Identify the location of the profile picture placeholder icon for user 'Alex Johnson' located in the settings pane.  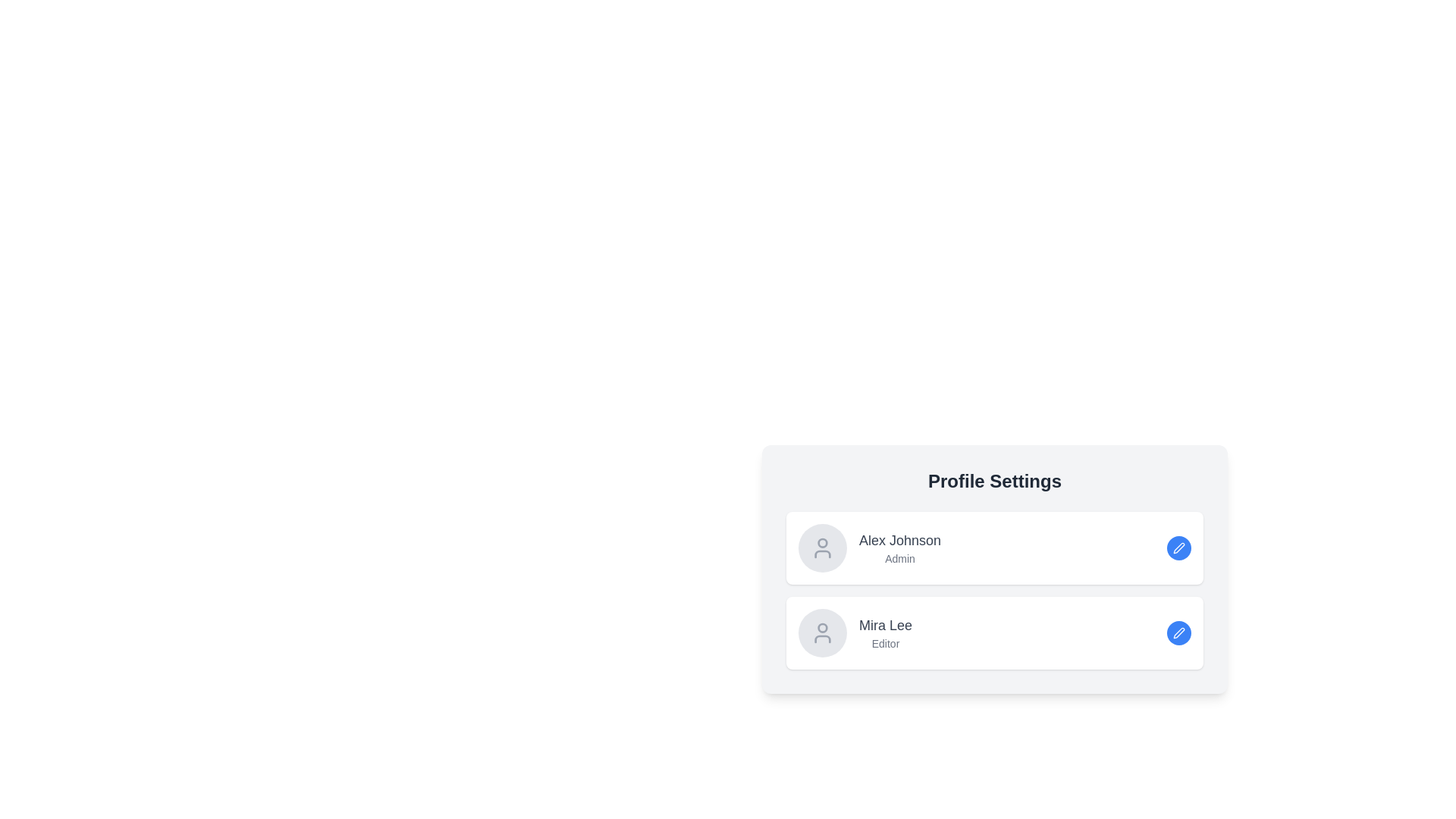
(821, 548).